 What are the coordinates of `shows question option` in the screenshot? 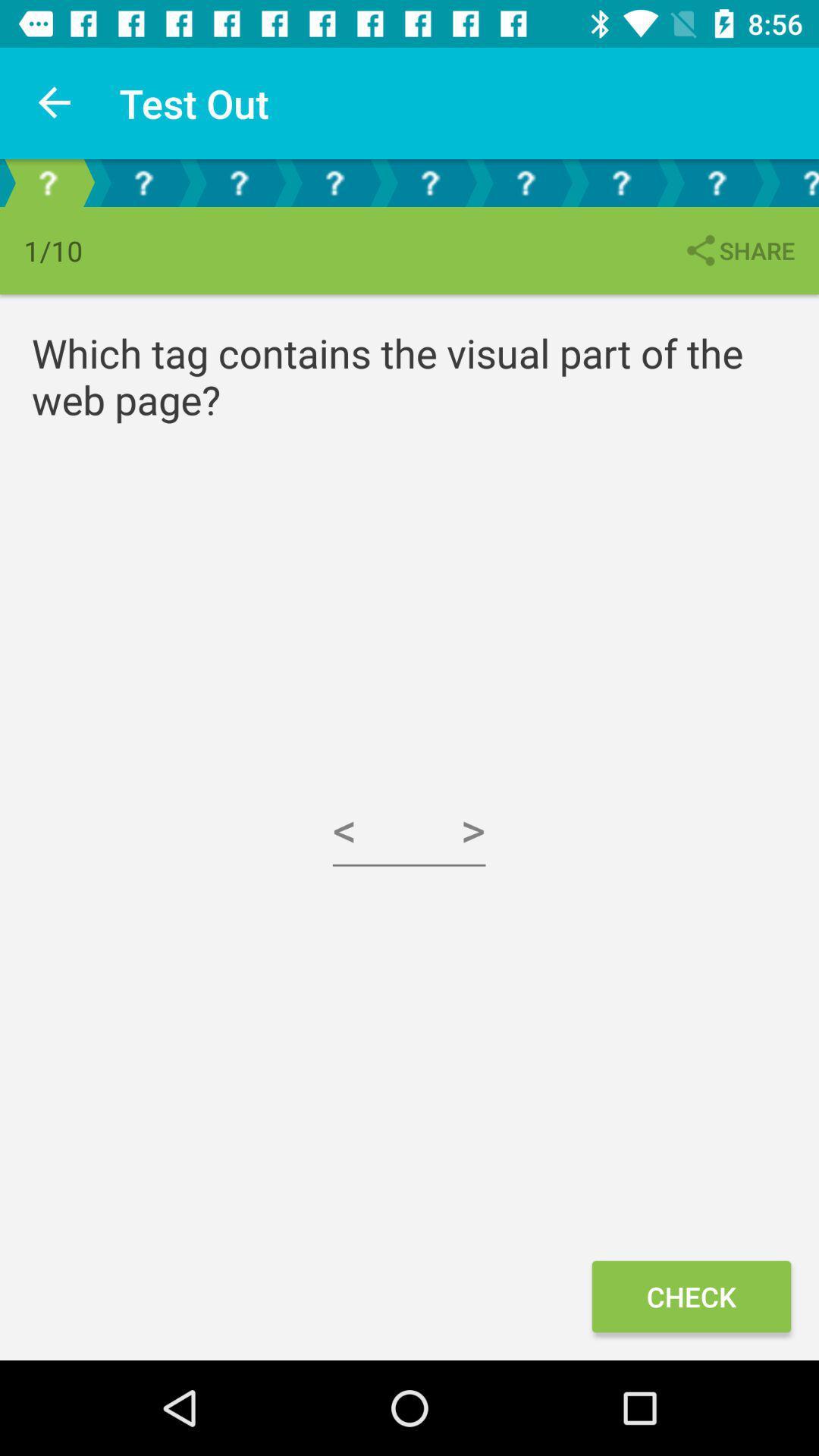 It's located at (717, 182).